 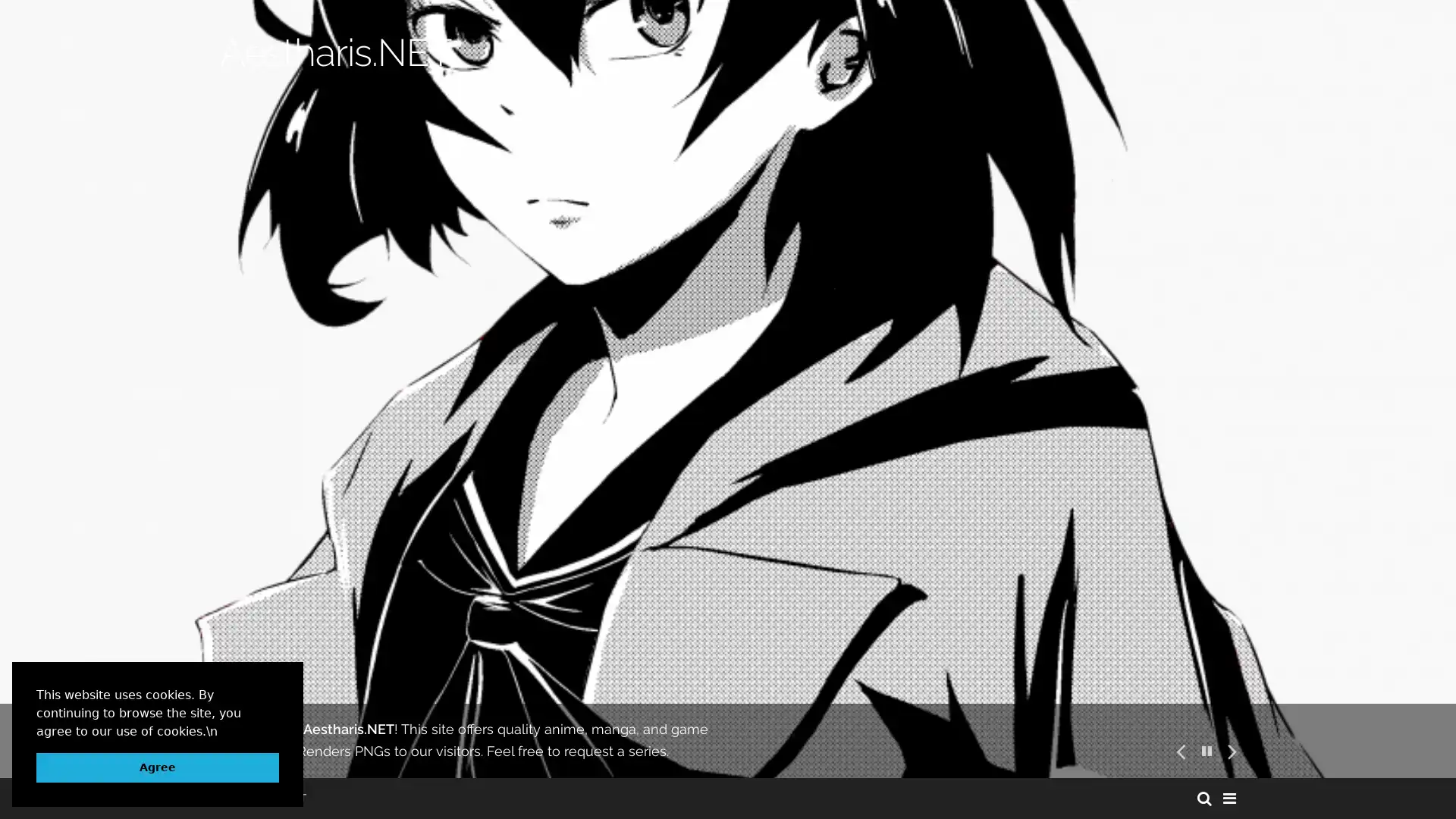 I want to click on dismiss cookie message, so click(x=157, y=767).